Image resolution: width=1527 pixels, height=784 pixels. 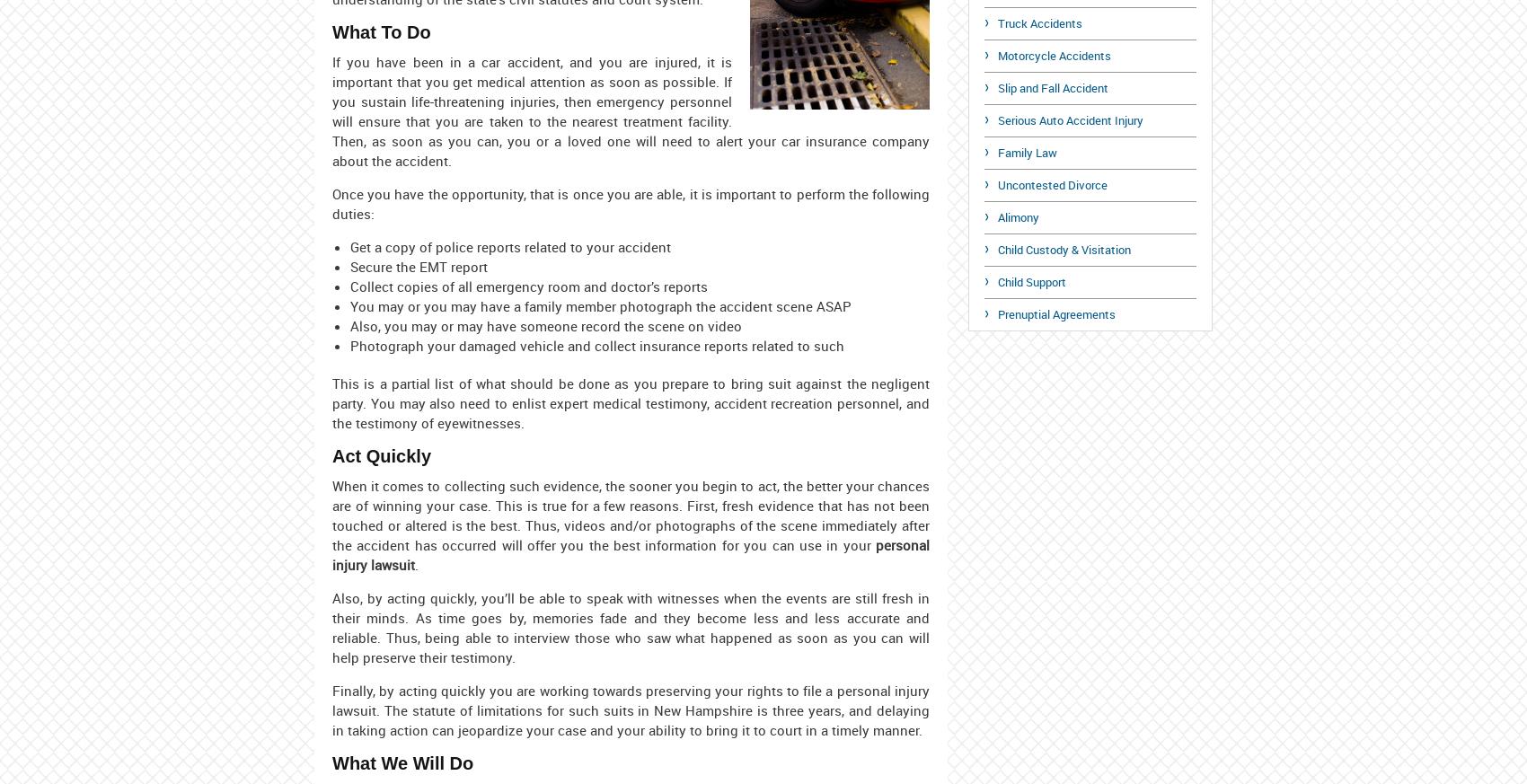 What do you see at coordinates (382, 455) in the screenshot?
I see `'Act Quickly'` at bounding box center [382, 455].